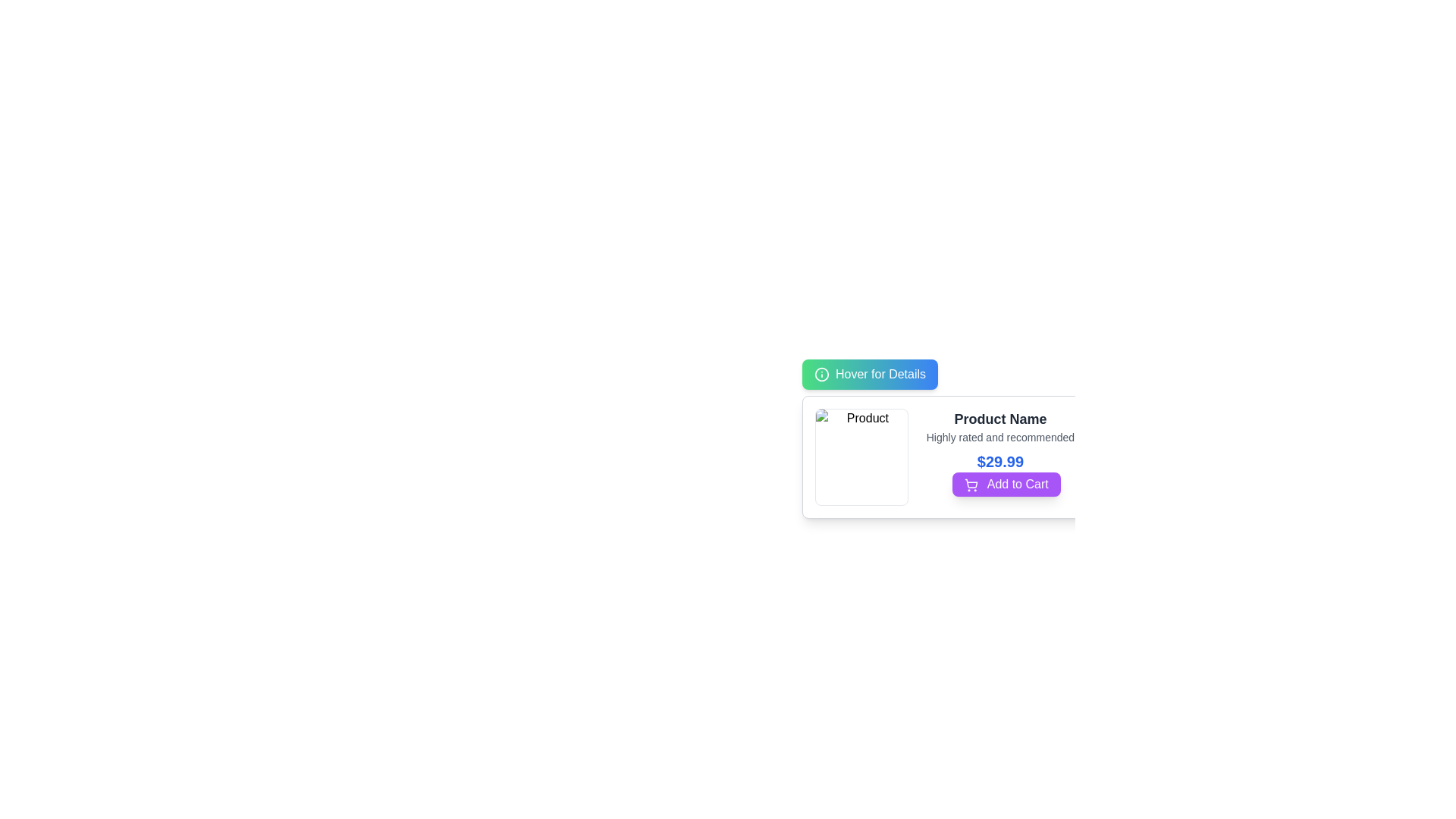 The height and width of the screenshot is (819, 1456). Describe the element at coordinates (1000, 438) in the screenshot. I see `the text label displaying 'Highly rated and recommended', which is located beneath the title 'Product Name' and above the price '$29.99'` at that location.